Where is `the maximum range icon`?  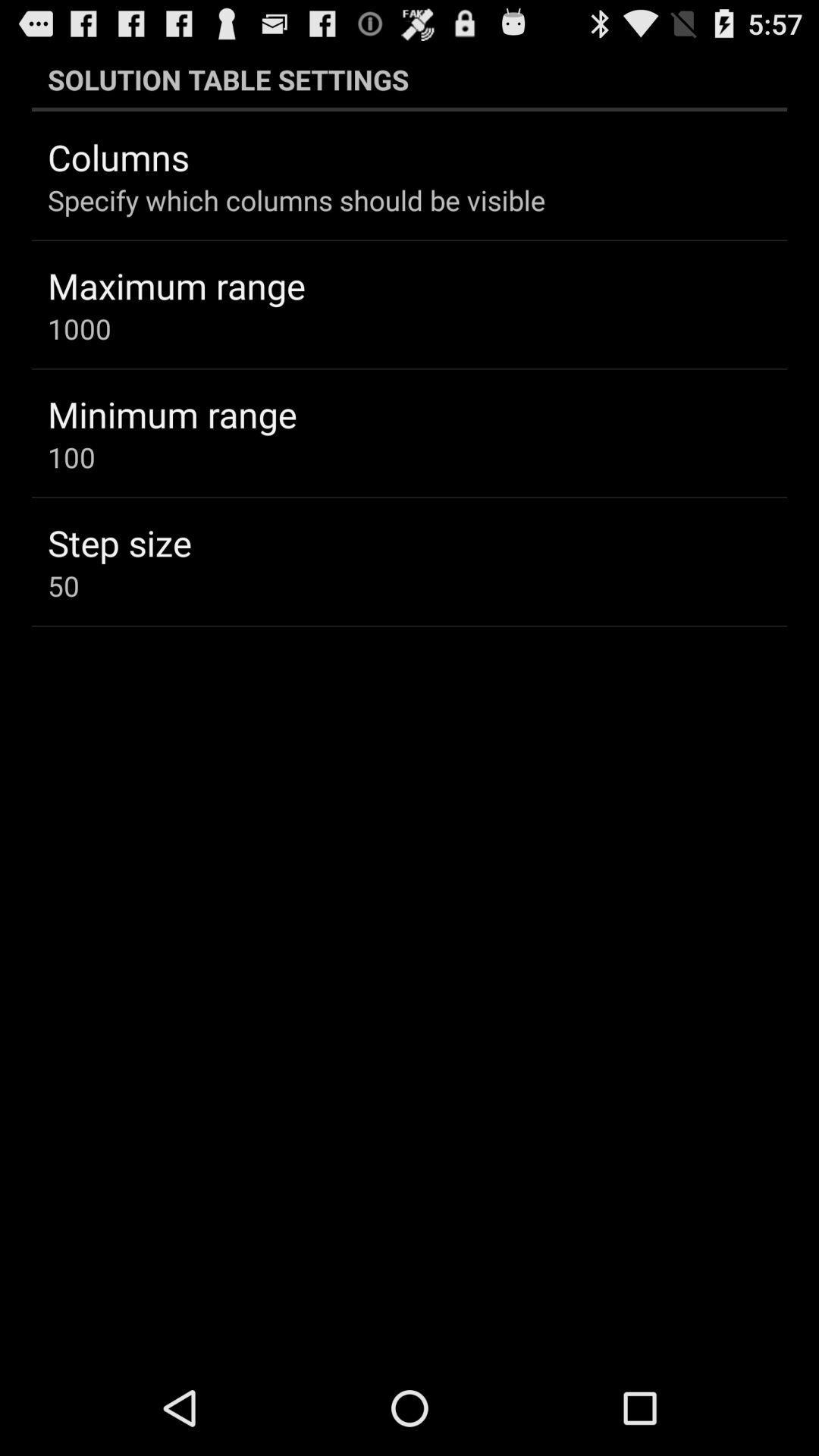
the maximum range icon is located at coordinates (175, 285).